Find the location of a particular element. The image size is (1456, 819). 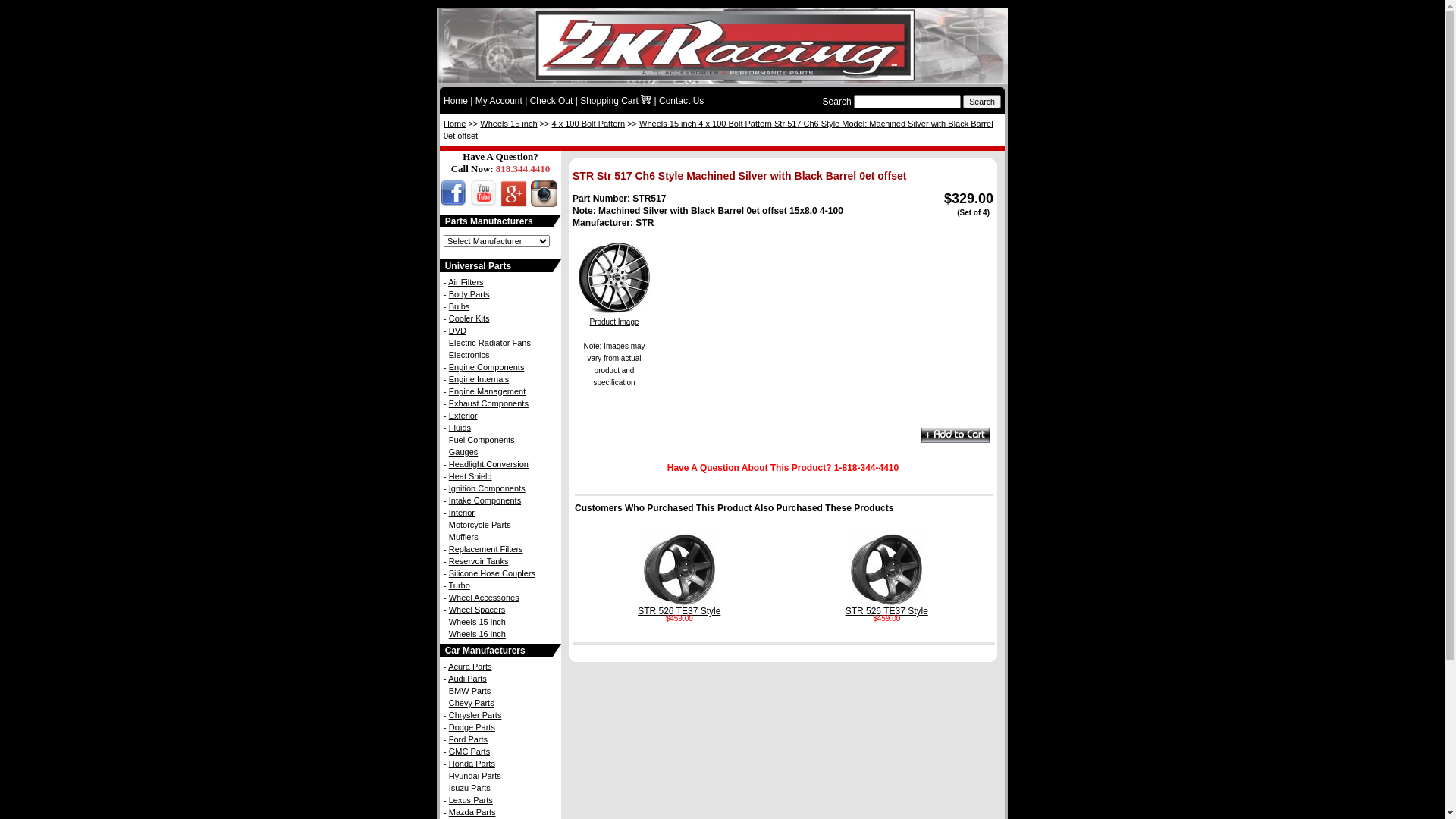

'Chrysler Parts' is located at coordinates (447, 714).